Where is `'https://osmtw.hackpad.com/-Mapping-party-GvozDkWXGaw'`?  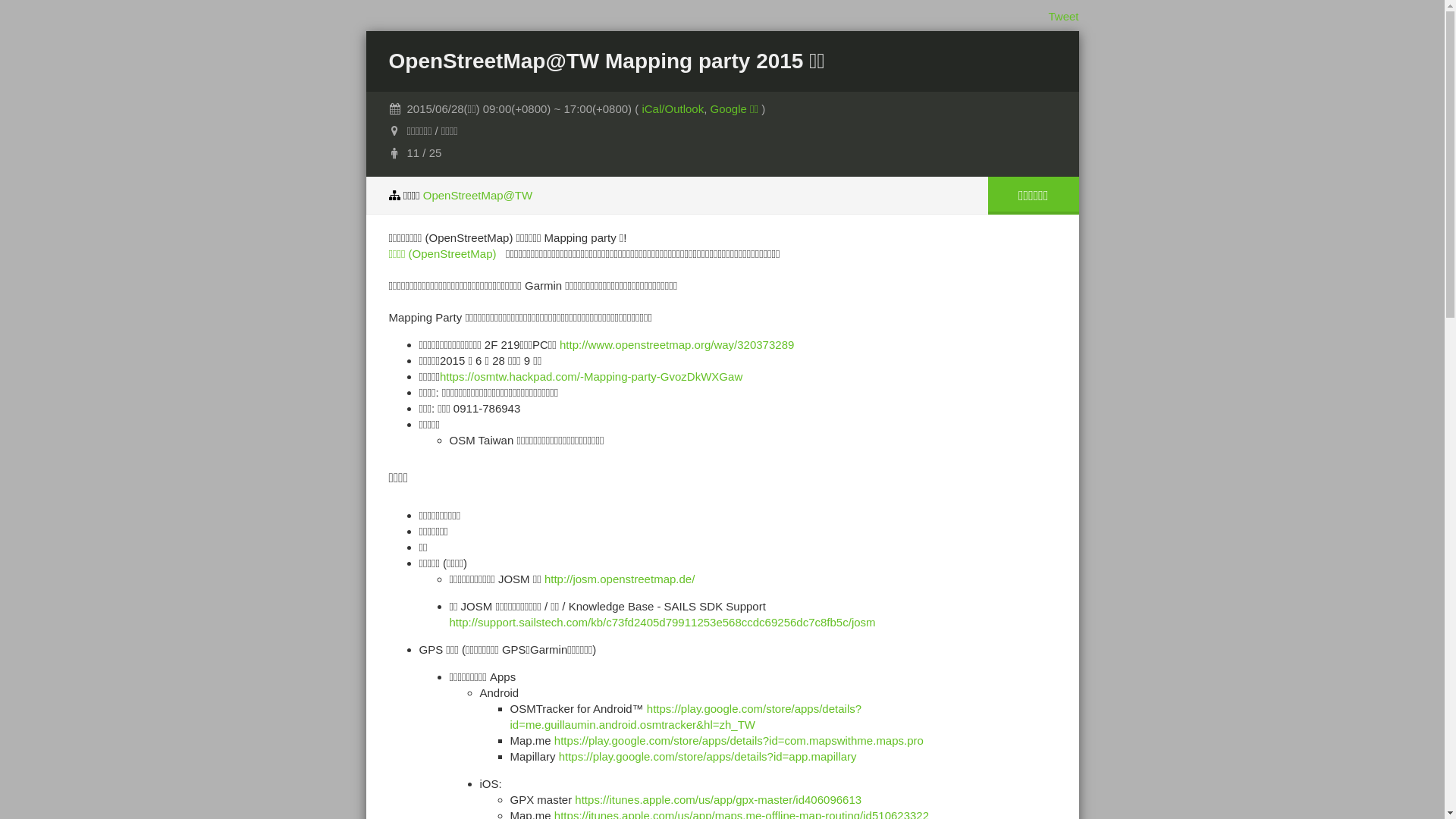 'https://osmtw.hackpad.com/-Mapping-party-GvozDkWXGaw' is located at coordinates (590, 375).